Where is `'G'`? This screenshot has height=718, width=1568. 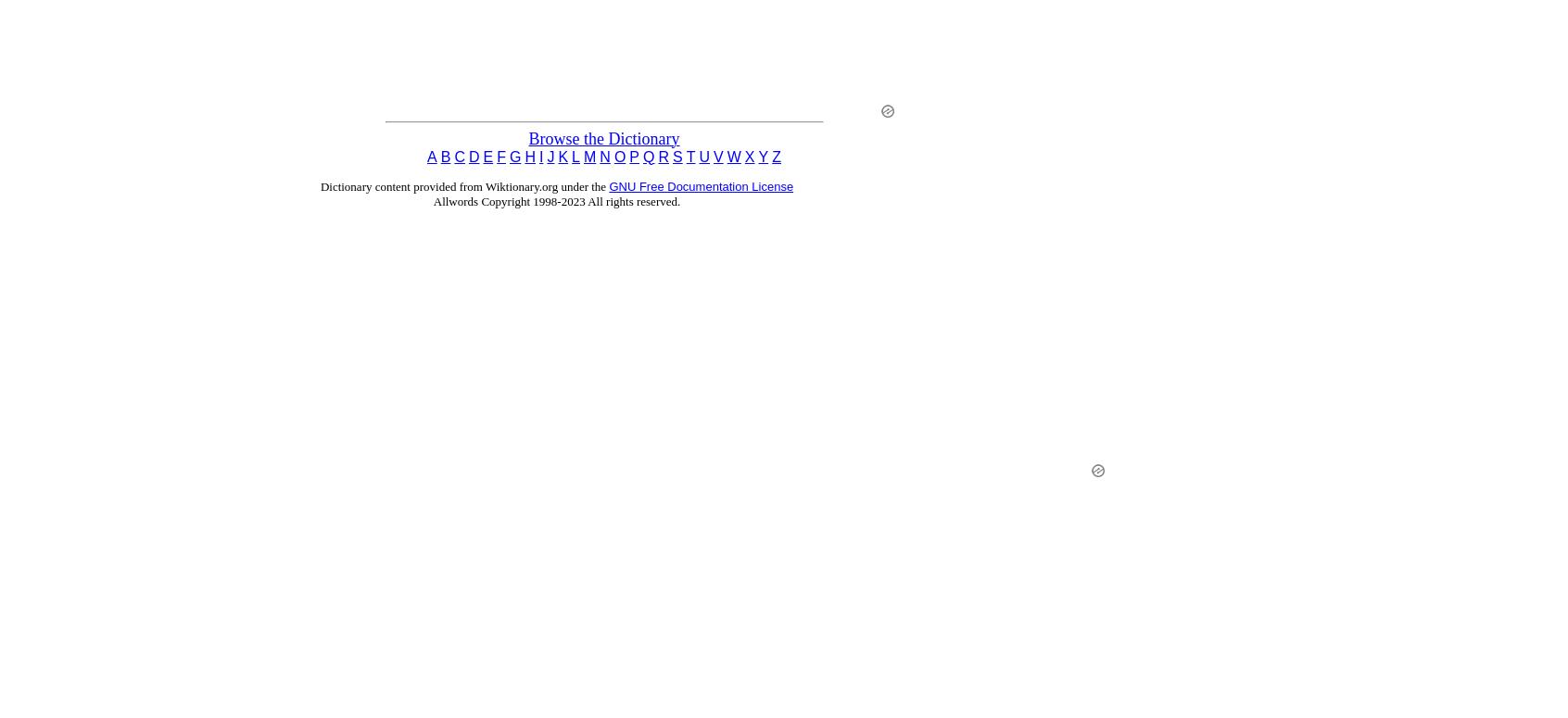
'G' is located at coordinates (514, 155).